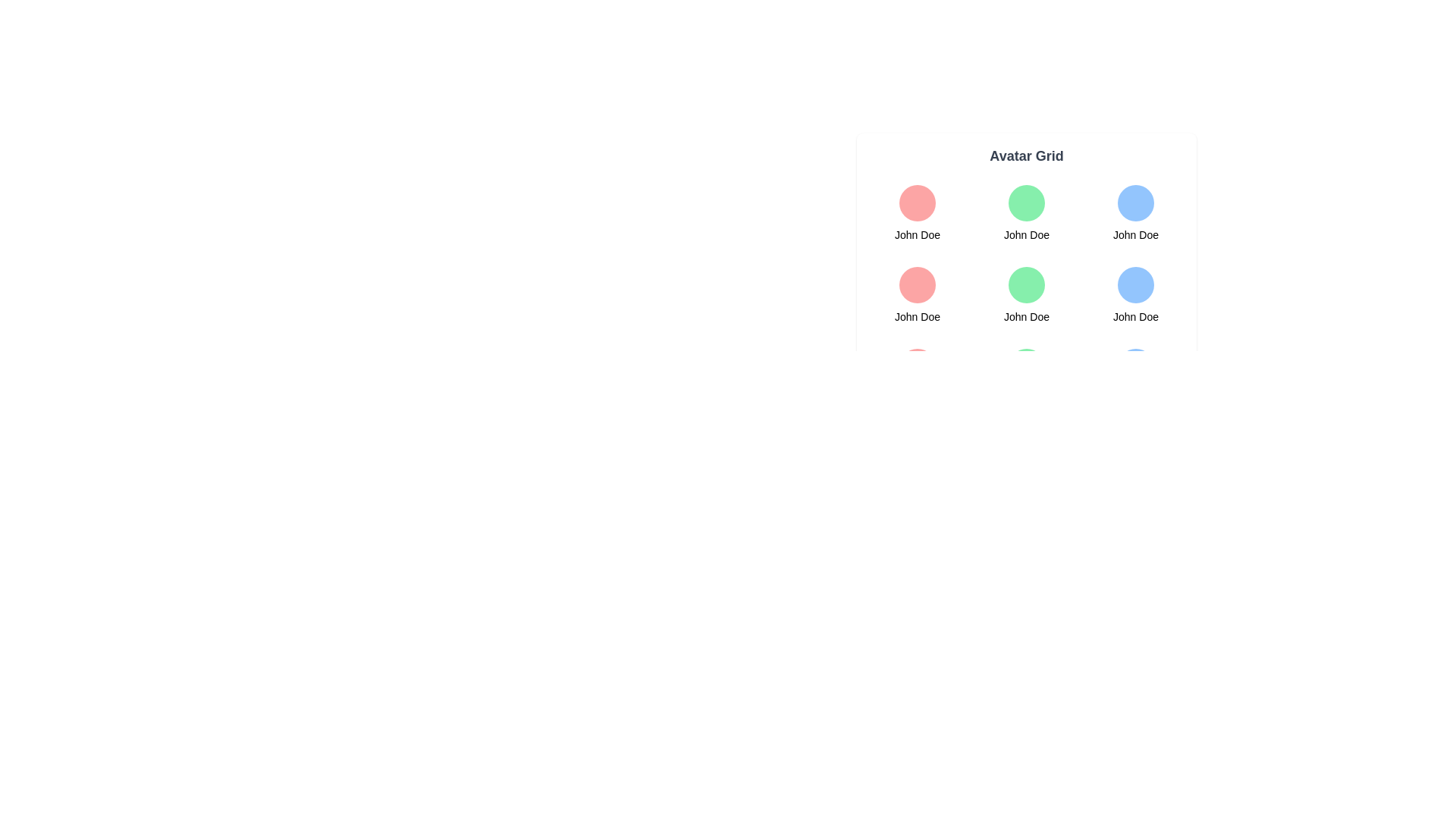 The width and height of the screenshot is (1456, 819). What do you see at coordinates (1026, 278) in the screenshot?
I see `the highlighted green-colored circular avatar labeled 'John Doe'` at bounding box center [1026, 278].